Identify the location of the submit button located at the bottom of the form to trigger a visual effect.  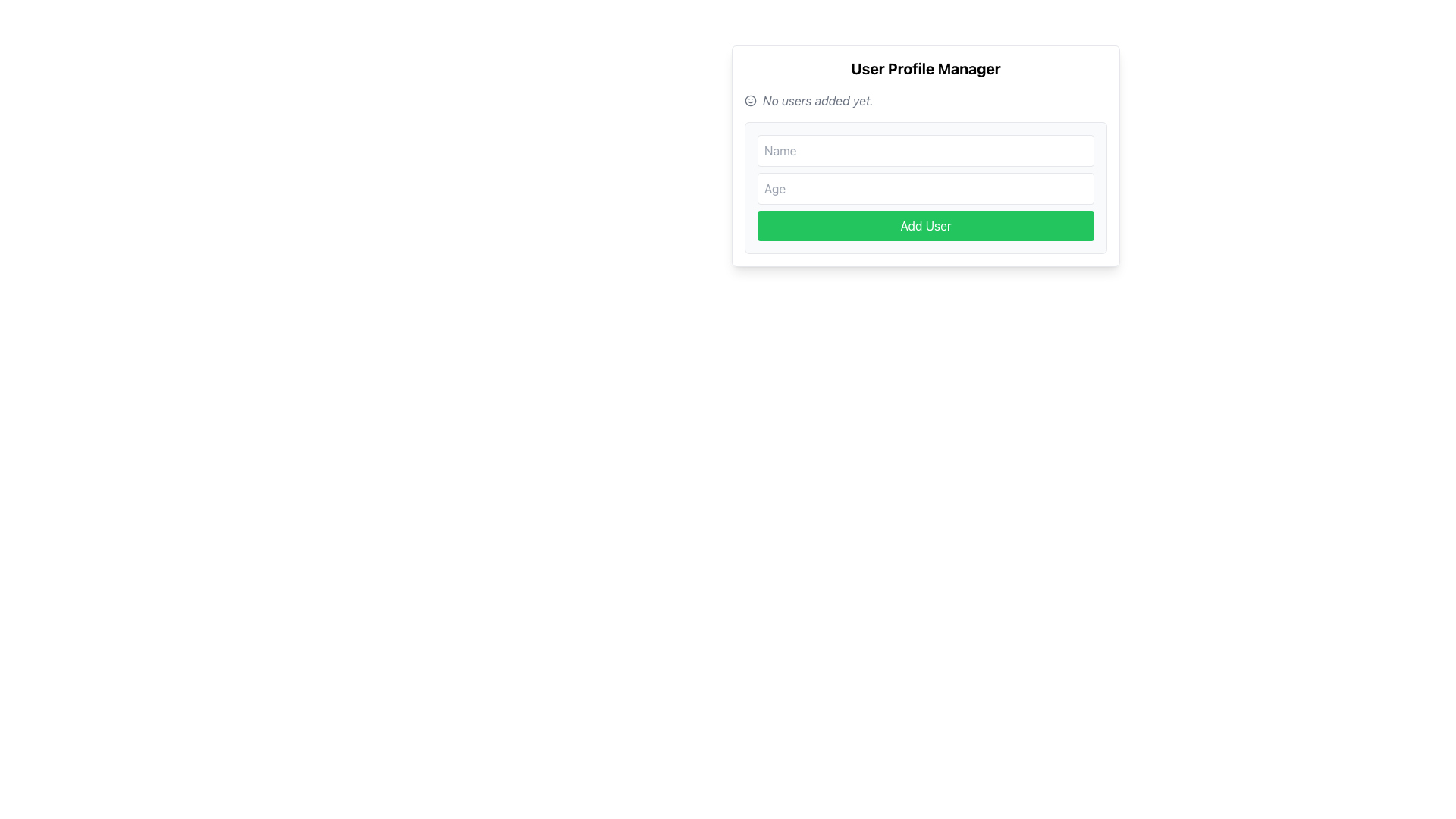
(924, 225).